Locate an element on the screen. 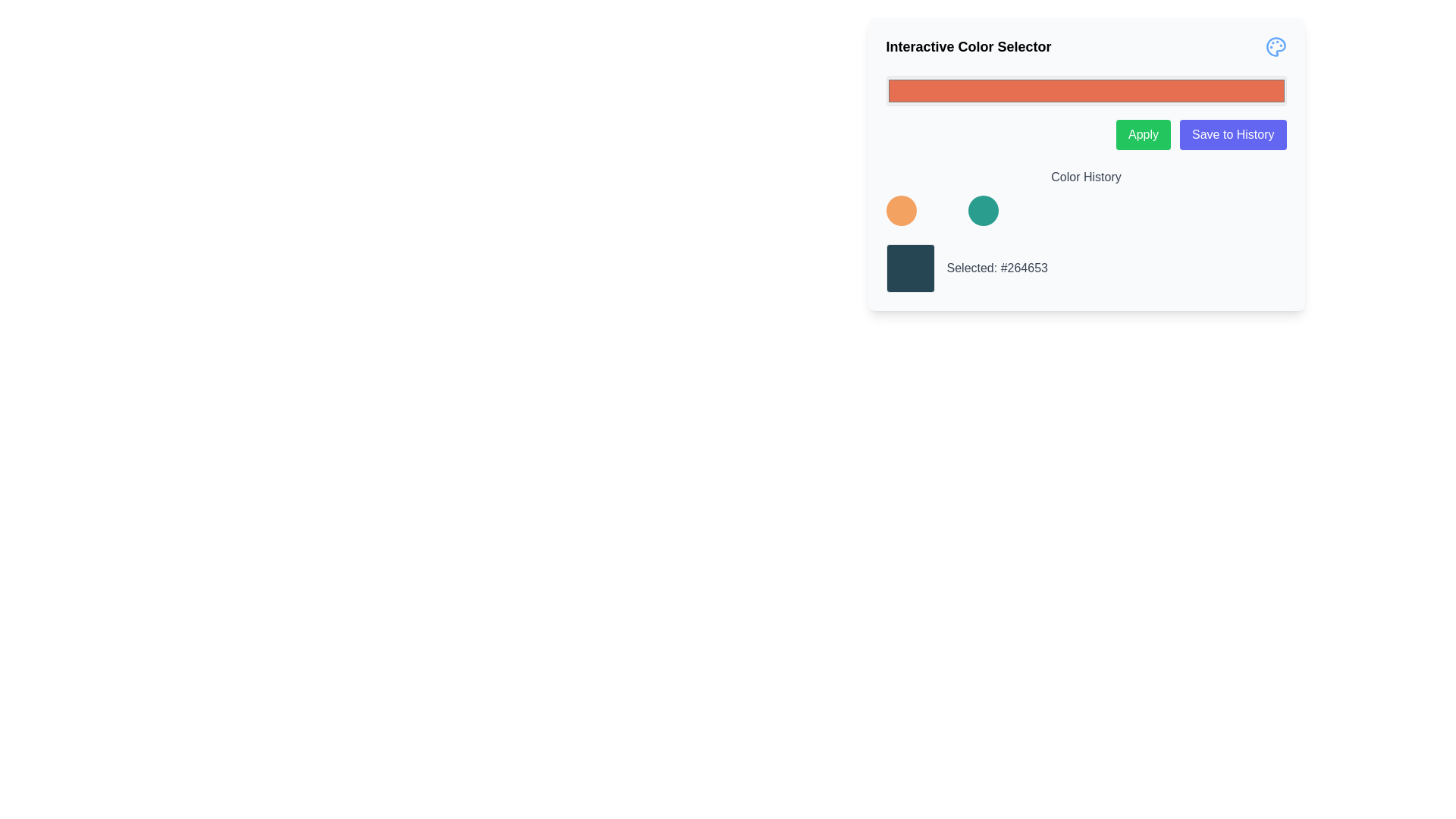 The image size is (1456, 819). the teal circular element in the second column of the Color History section is located at coordinates (983, 210).